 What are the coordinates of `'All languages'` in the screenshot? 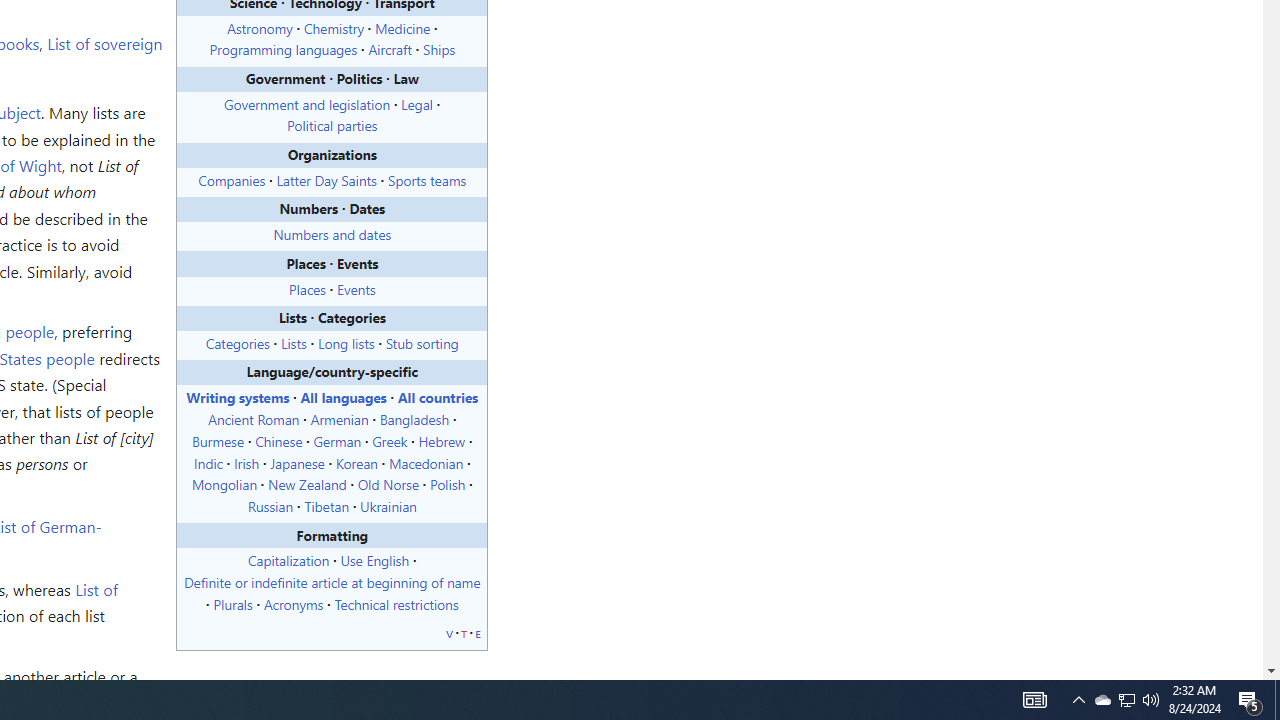 It's located at (343, 397).